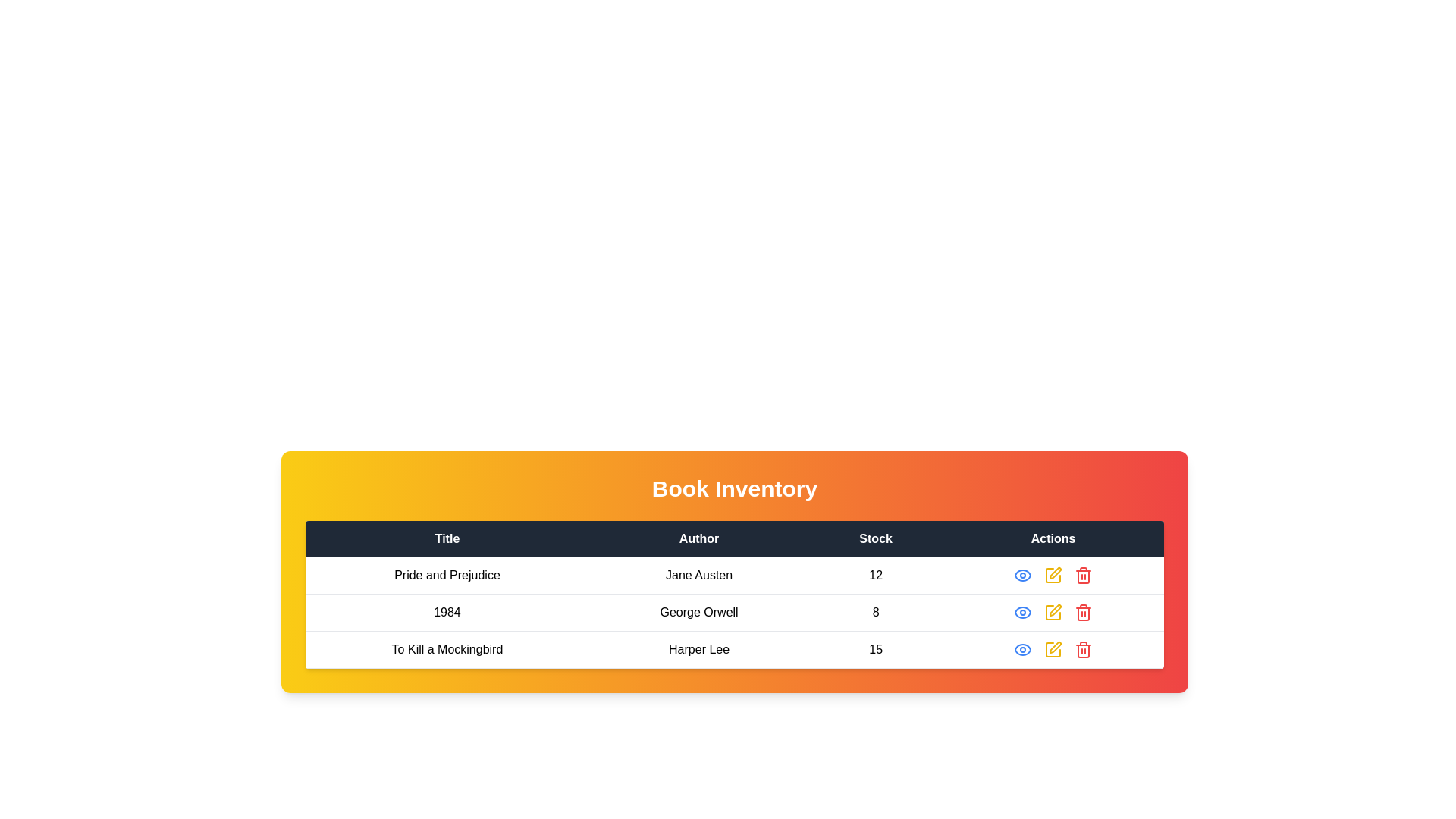 The height and width of the screenshot is (819, 1456). Describe the element at coordinates (698, 611) in the screenshot. I see `text content of the Text Label displaying 'George Orwell', located in the 'Author' column of the table aligned with the book title '1984'` at that location.